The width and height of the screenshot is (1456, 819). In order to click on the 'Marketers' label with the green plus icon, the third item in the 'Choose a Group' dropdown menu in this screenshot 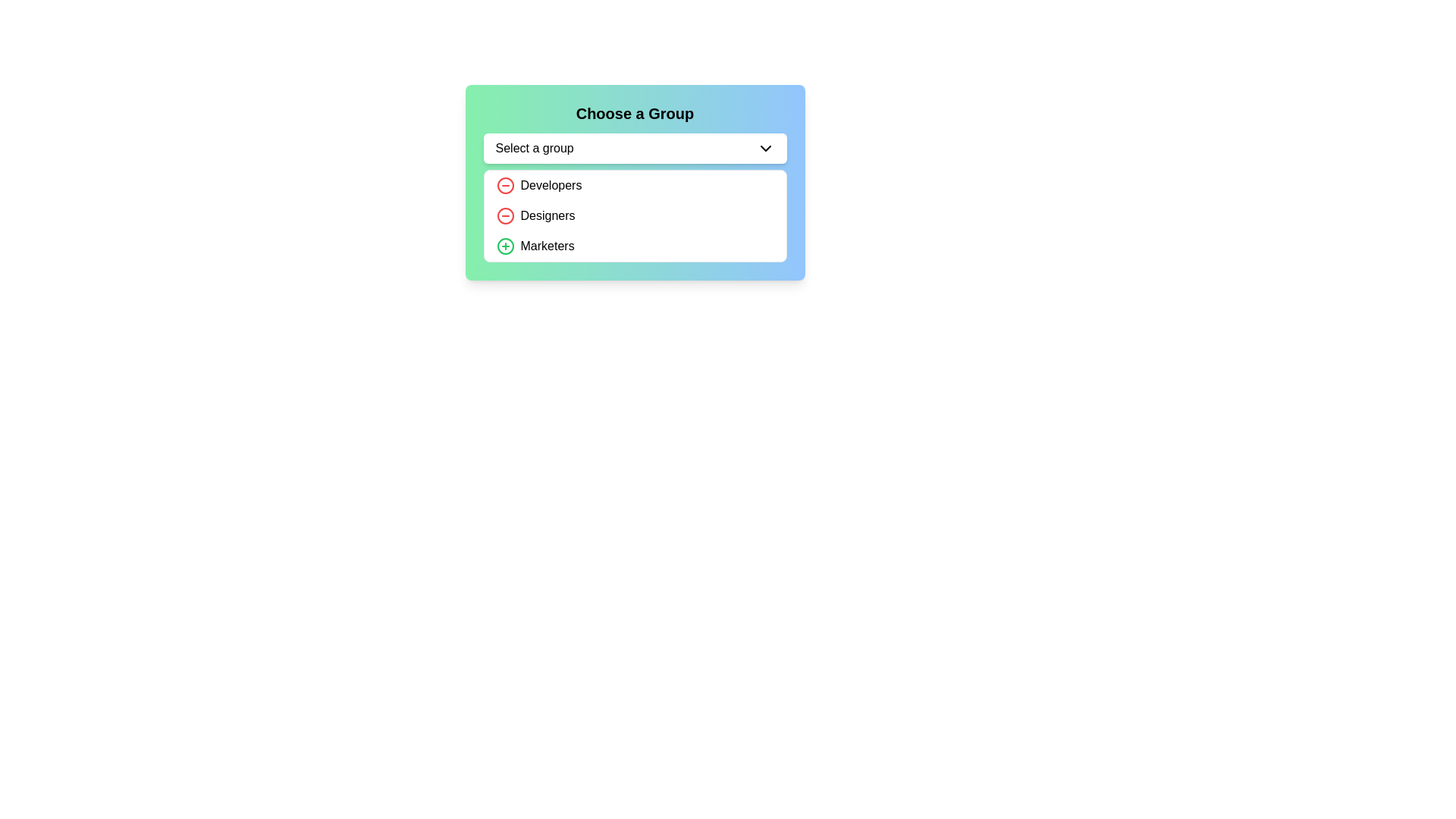, I will do `click(535, 245)`.